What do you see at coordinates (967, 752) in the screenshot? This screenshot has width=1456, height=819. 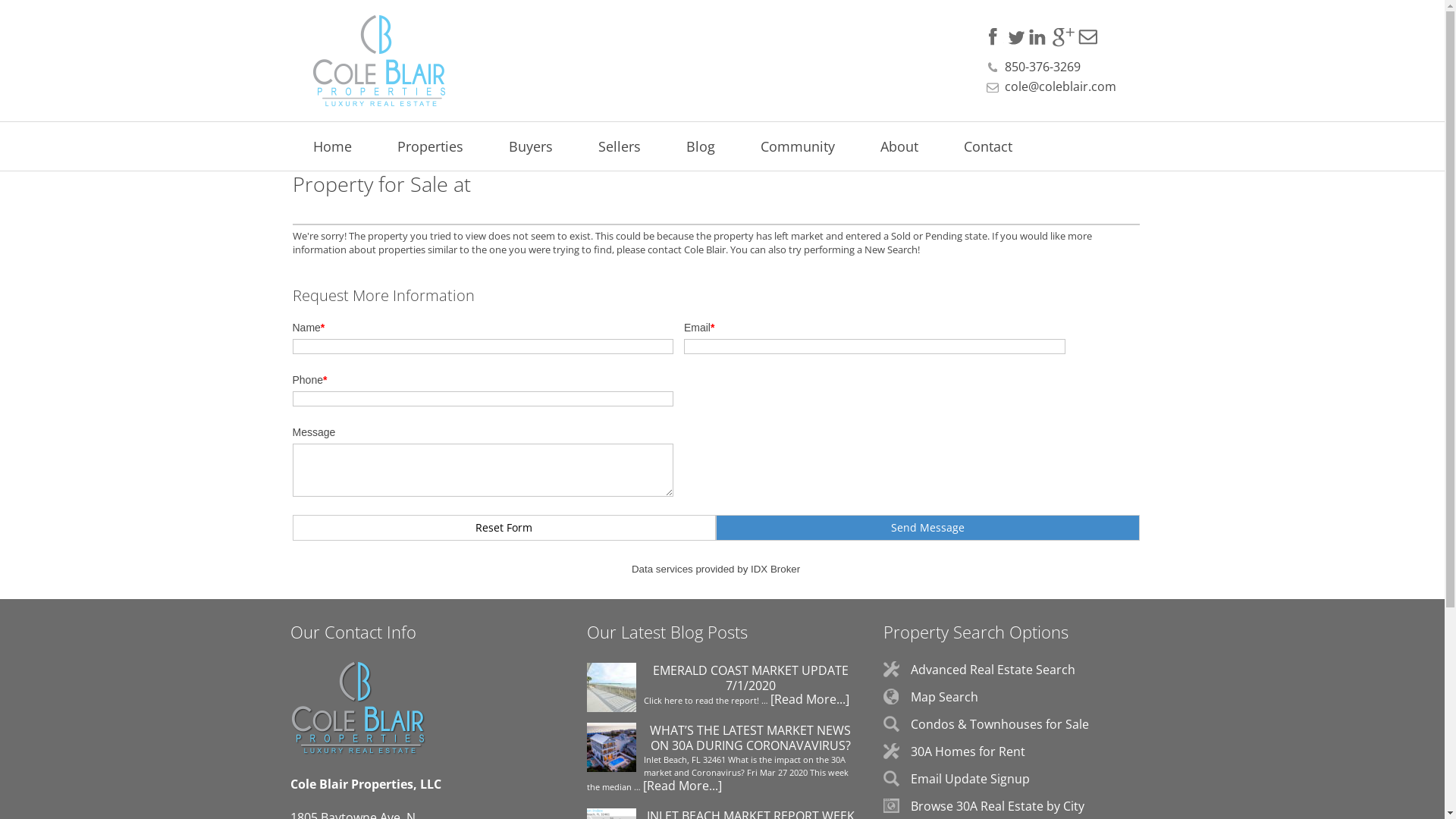 I see `'30A Homes for Rent'` at bounding box center [967, 752].